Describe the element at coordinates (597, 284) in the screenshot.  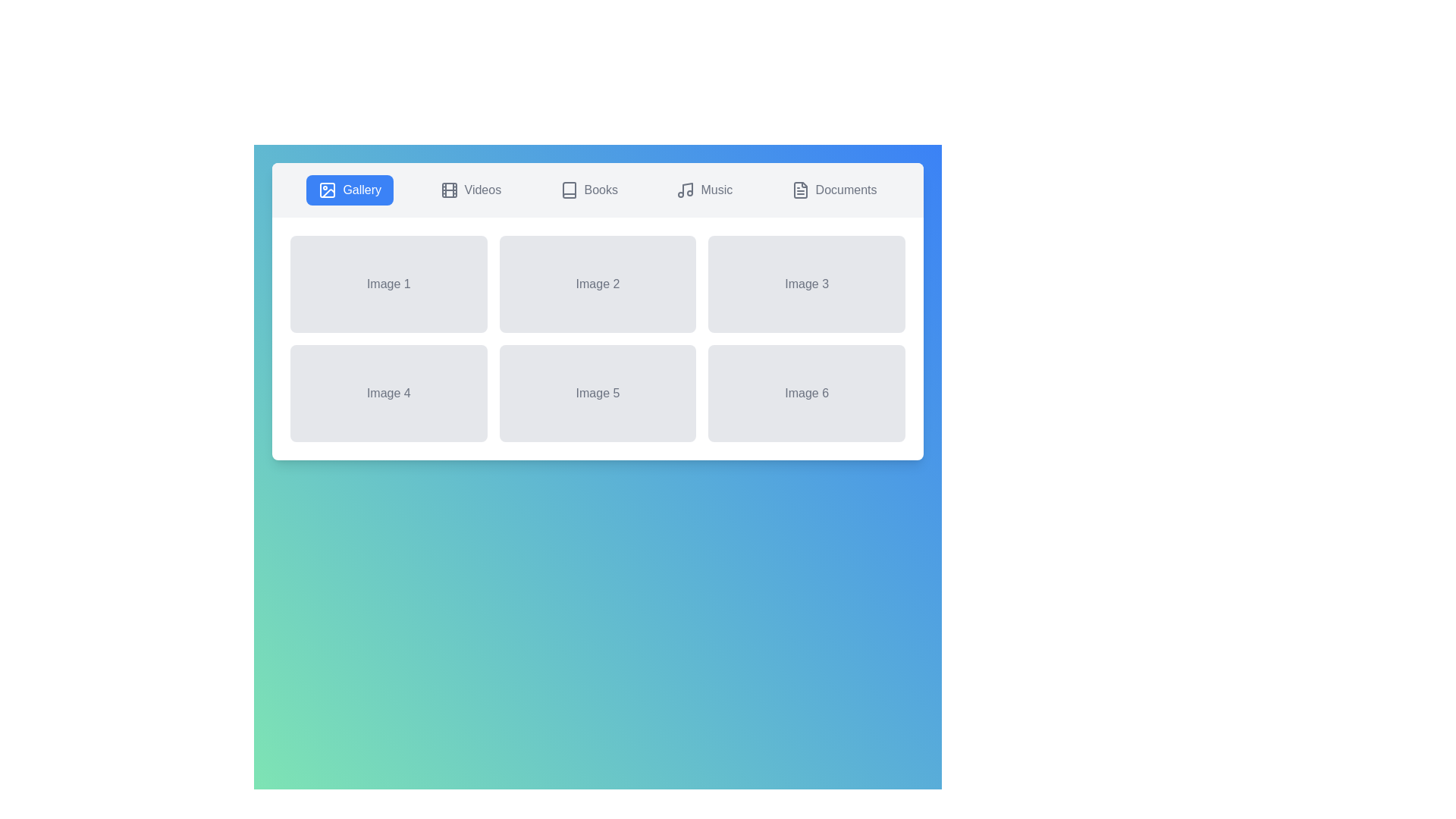
I see `the rectangular card element with rounded corners containing the text 'Image 2' in the middle column of a 3x2 grid layout` at that location.